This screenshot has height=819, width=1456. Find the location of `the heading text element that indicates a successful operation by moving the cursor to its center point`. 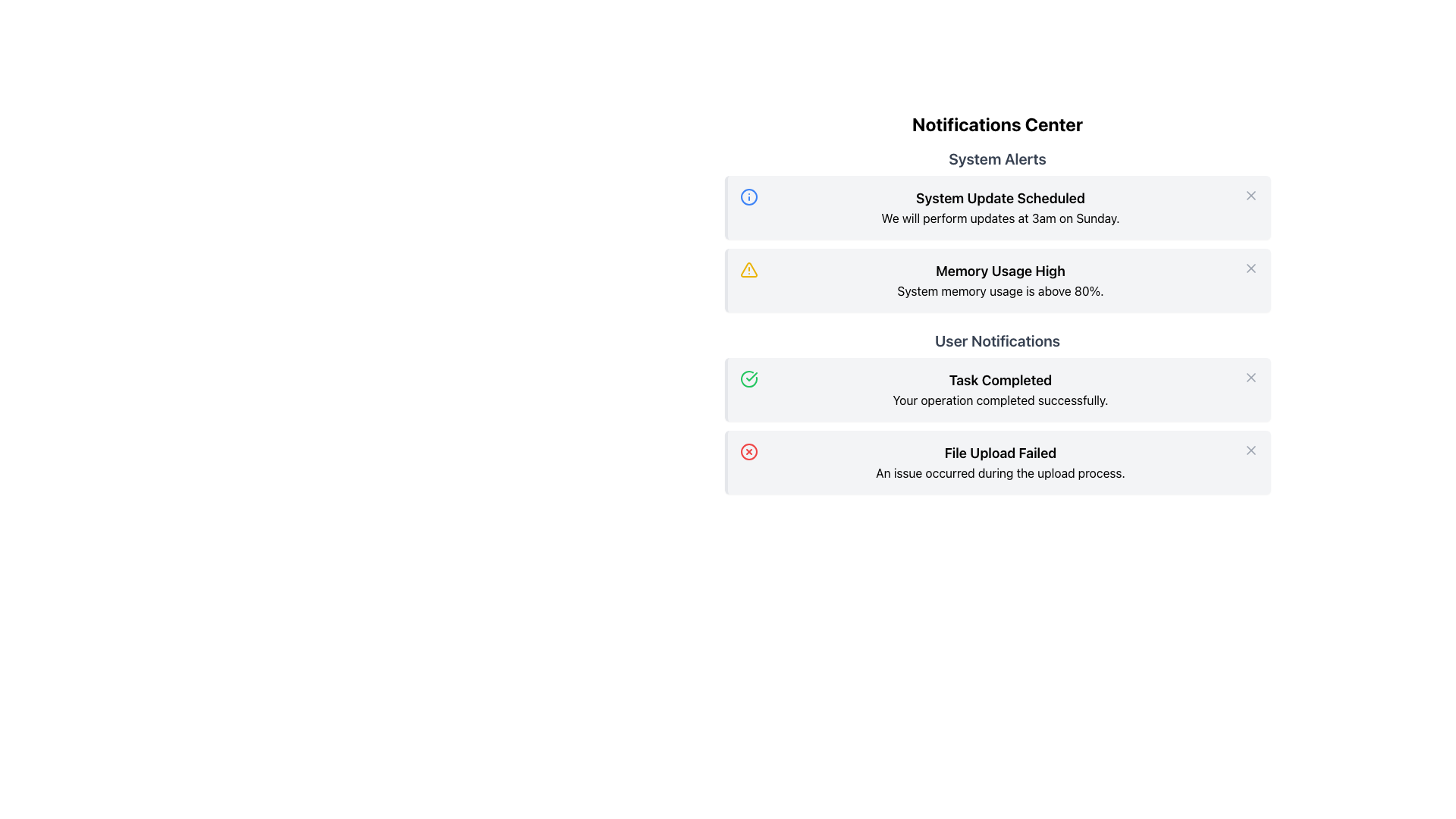

the heading text element that indicates a successful operation by moving the cursor to its center point is located at coordinates (1000, 379).